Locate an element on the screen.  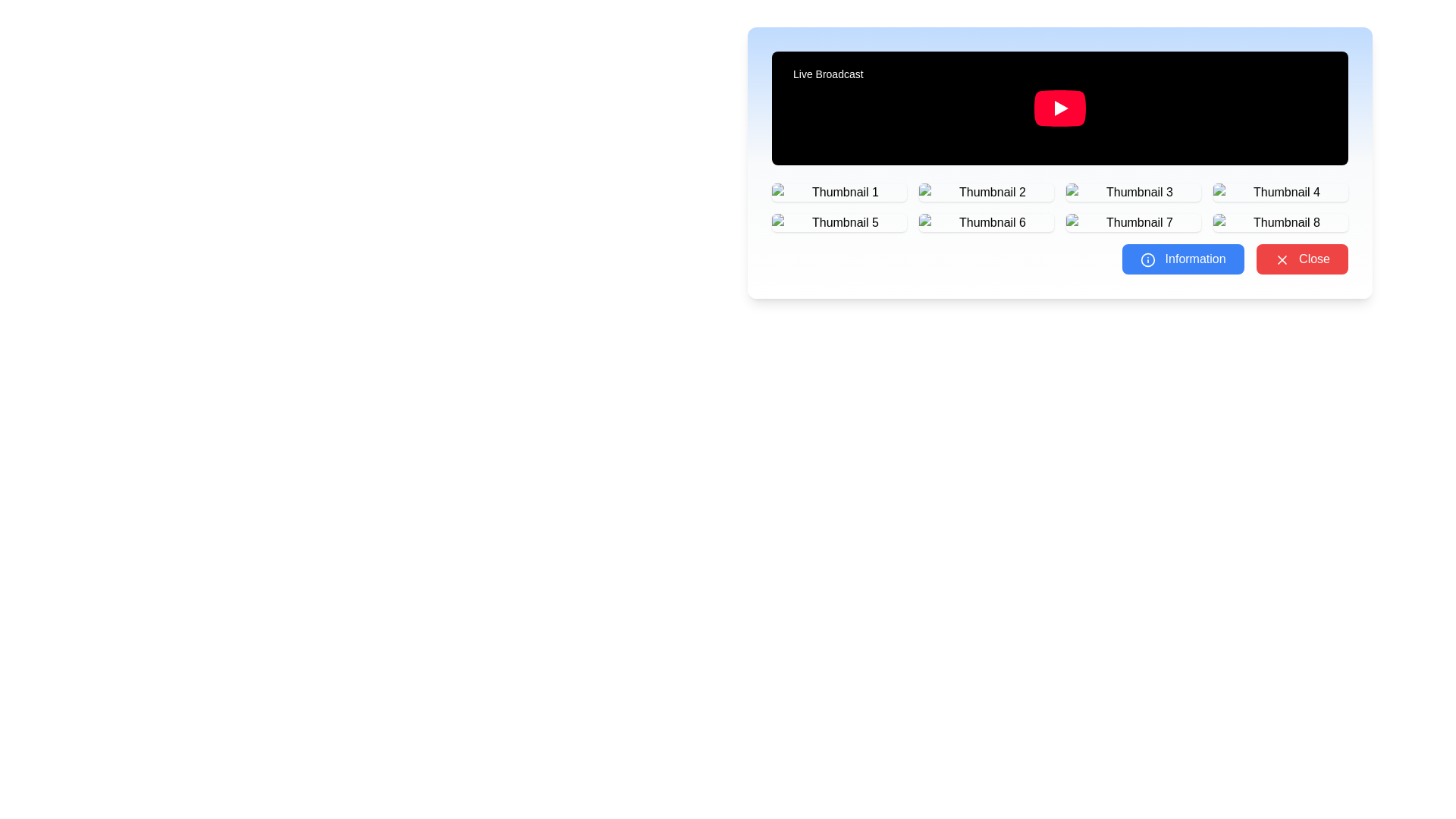
the leftmost button in the bottom-right section of the video and thumbnail UI display to activate the hover effect is located at coordinates (1182, 259).